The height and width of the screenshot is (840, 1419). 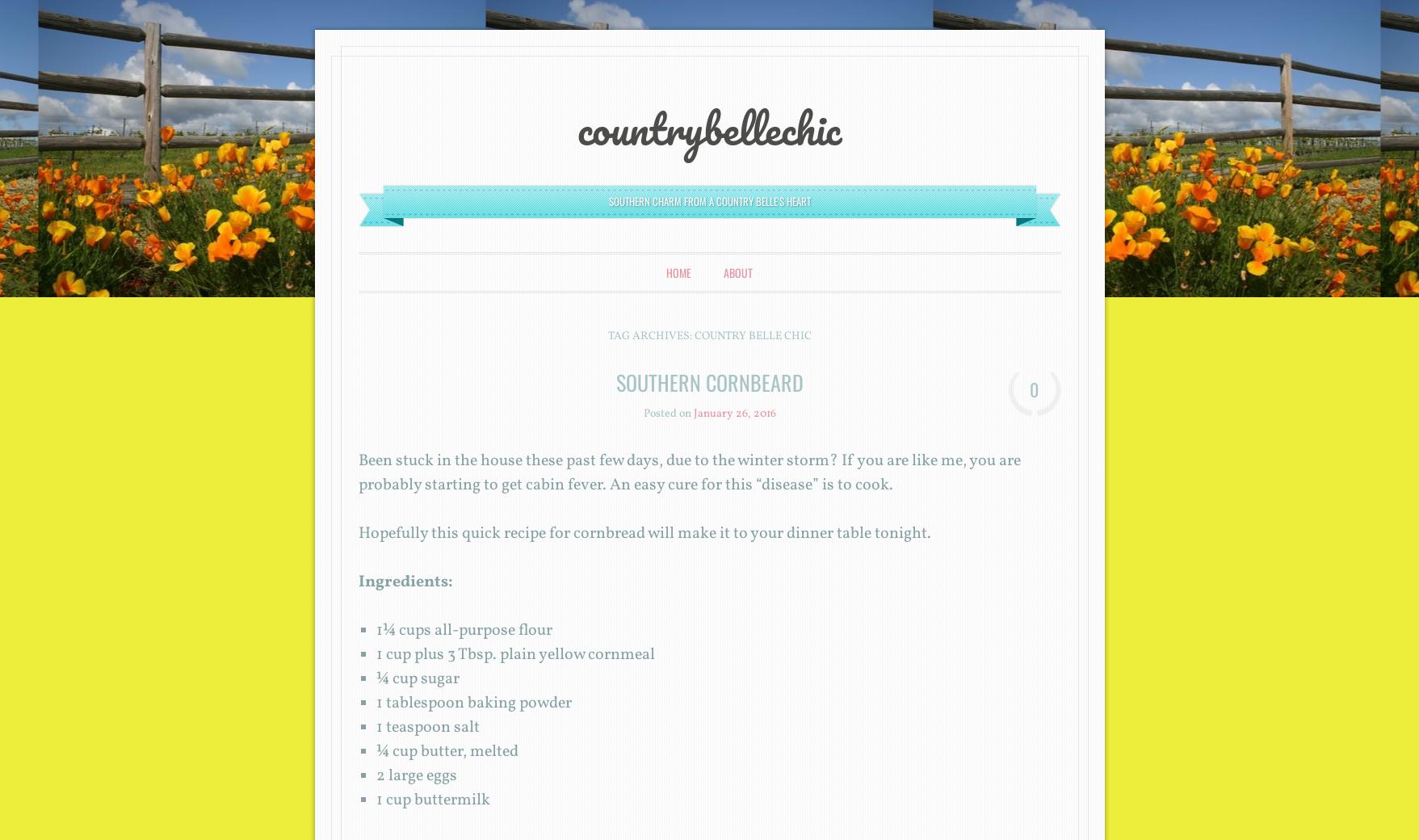 What do you see at coordinates (404, 582) in the screenshot?
I see `'Ingredients:'` at bounding box center [404, 582].